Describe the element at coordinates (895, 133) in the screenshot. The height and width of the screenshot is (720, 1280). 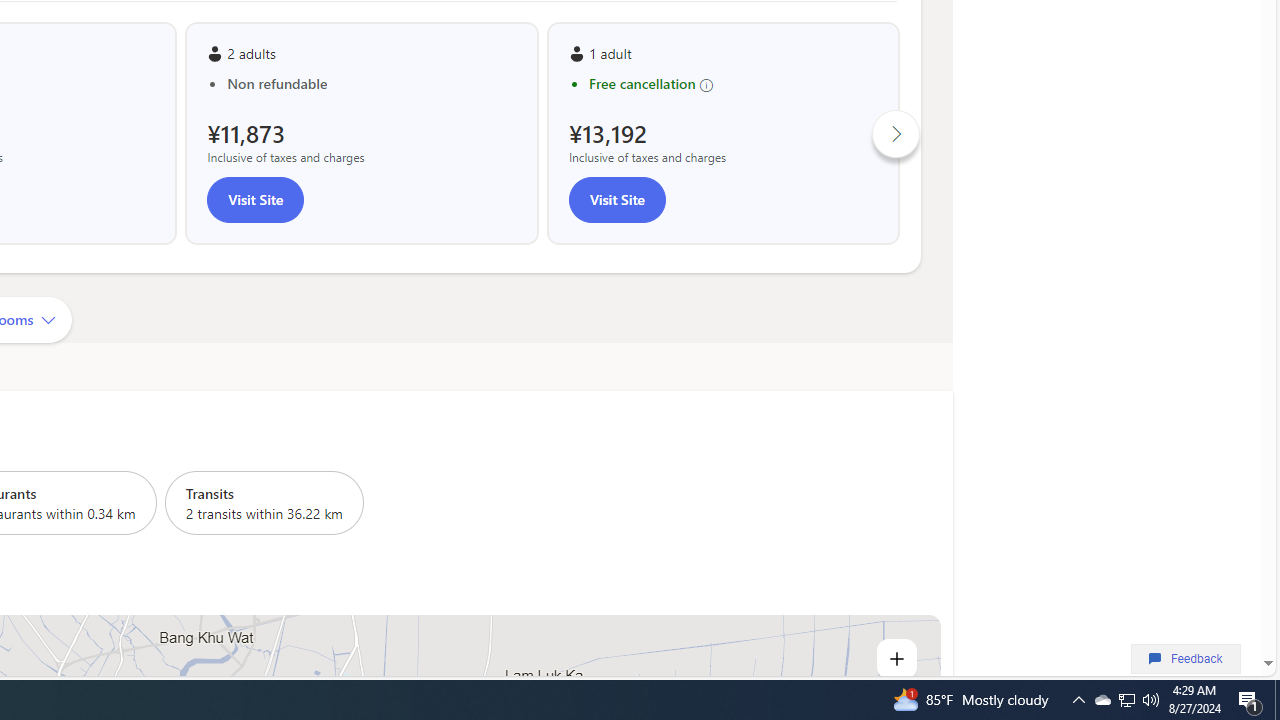
I see `'Click to scroll right'` at that location.